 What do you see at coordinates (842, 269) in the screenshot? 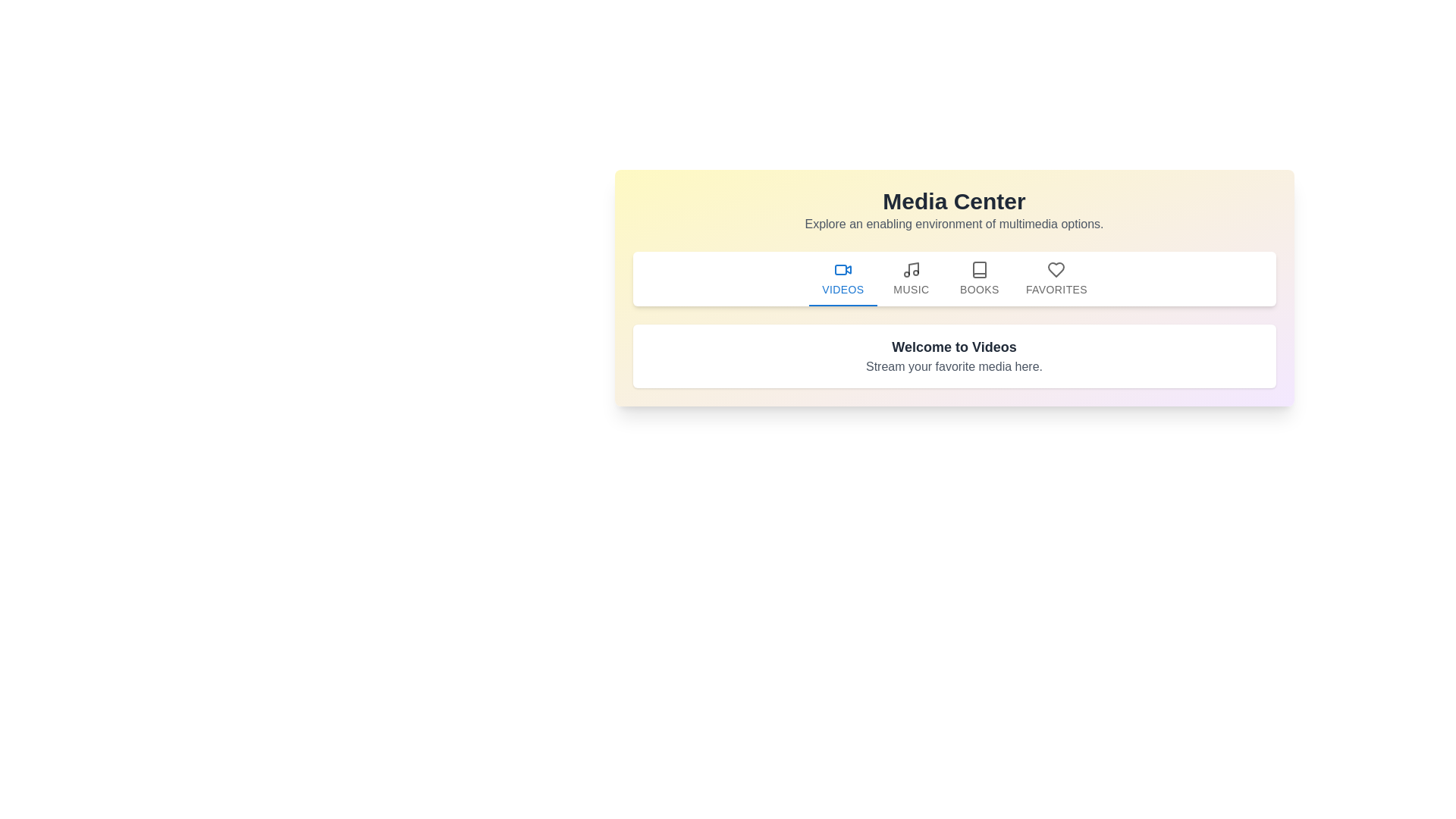
I see `the 'Videos' tab icon` at bounding box center [842, 269].